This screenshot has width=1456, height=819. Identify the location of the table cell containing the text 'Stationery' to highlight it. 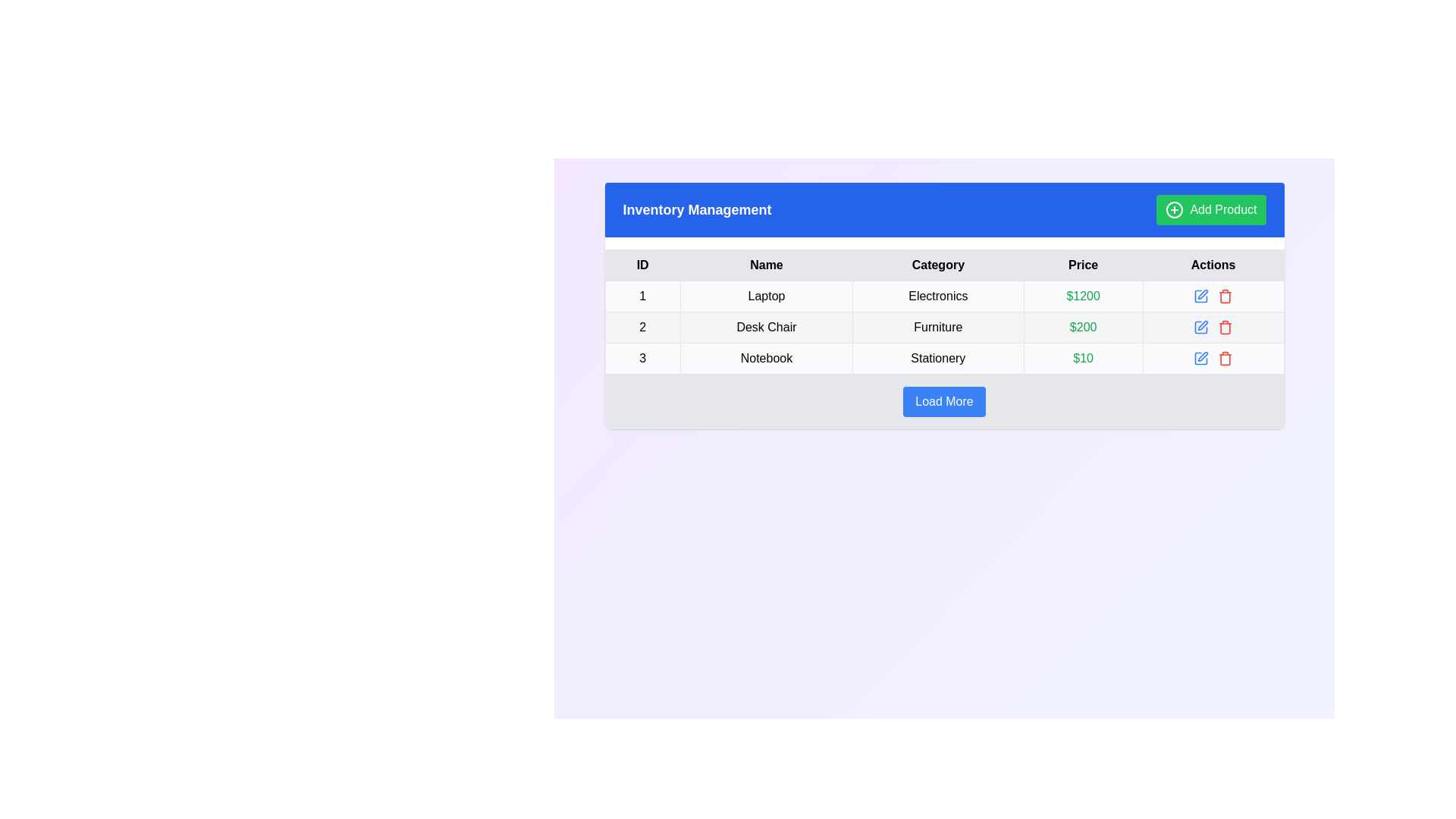
(937, 359).